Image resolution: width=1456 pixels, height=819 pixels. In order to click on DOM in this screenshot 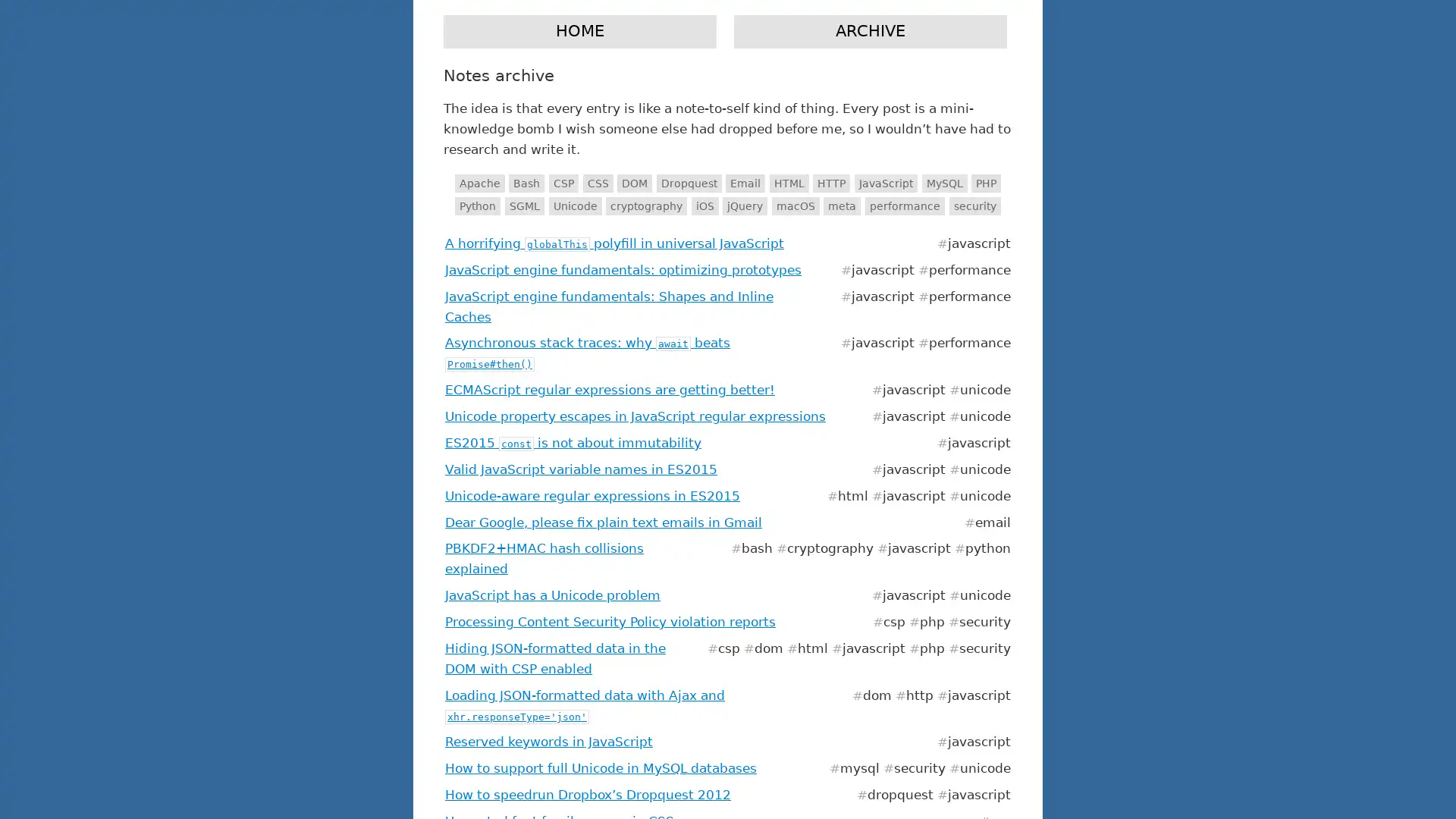, I will do `click(634, 183)`.